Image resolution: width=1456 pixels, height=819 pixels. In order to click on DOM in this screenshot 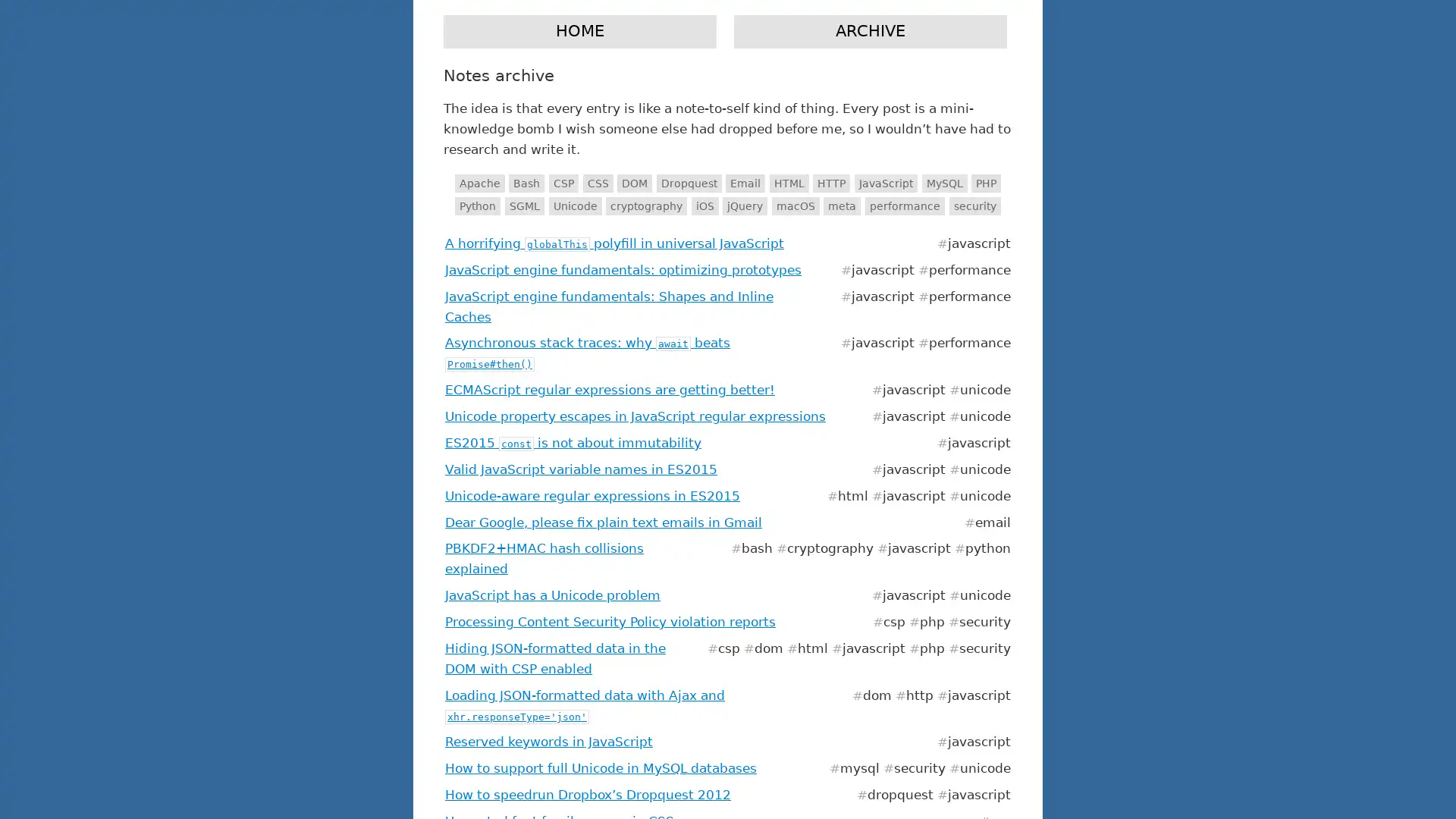, I will do `click(634, 183)`.